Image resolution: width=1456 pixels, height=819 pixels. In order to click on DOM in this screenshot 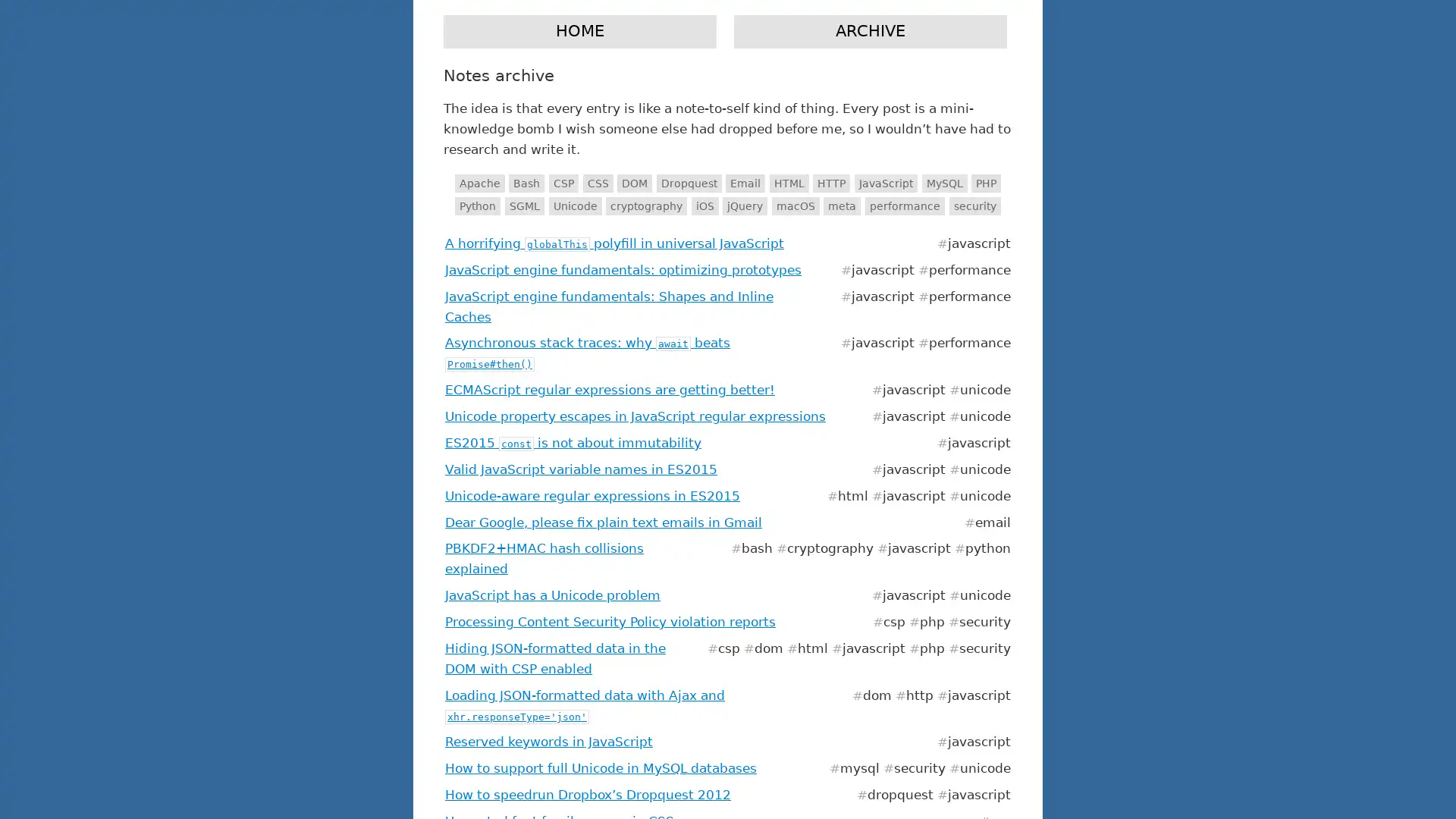, I will do `click(634, 183)`.